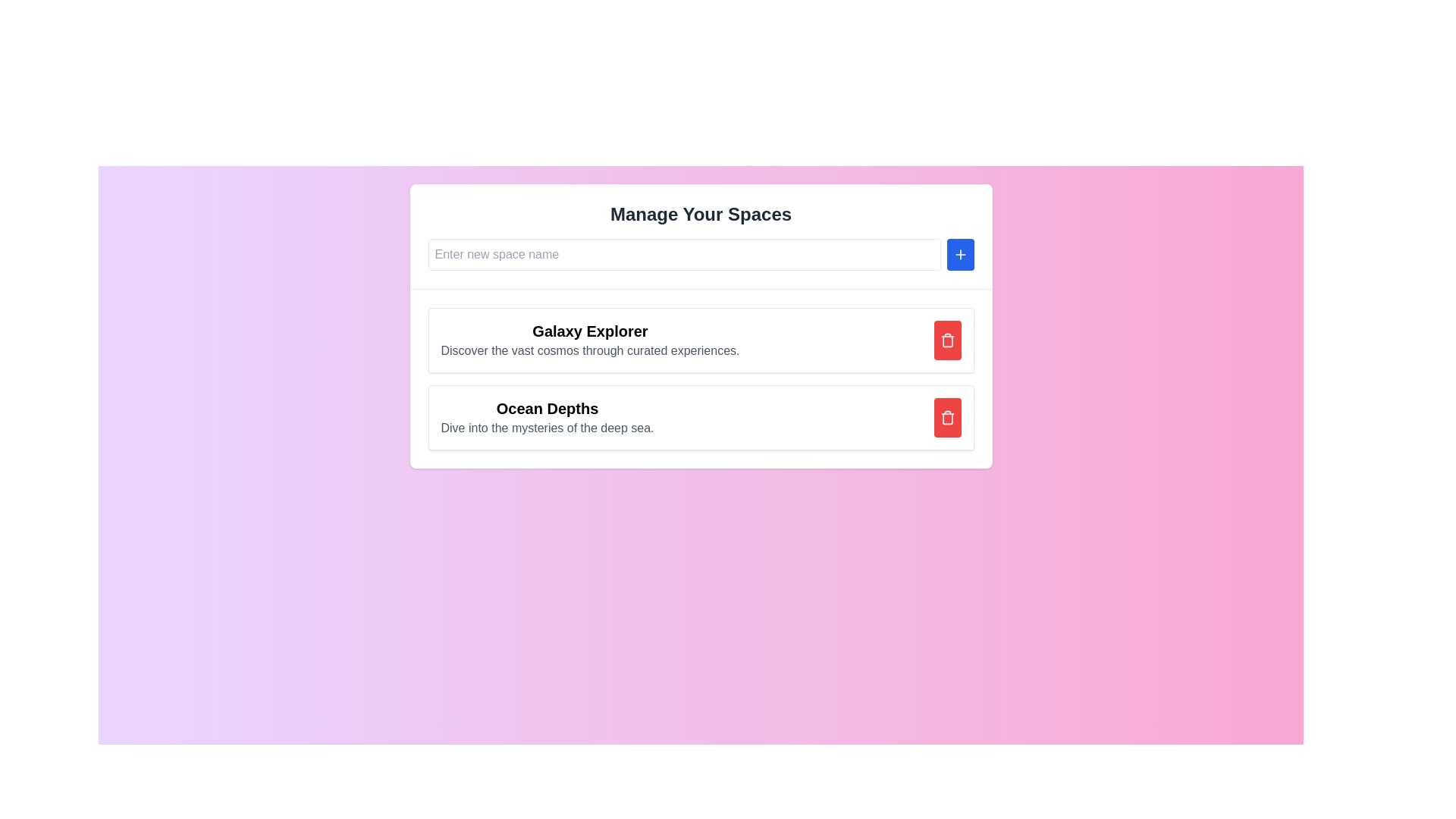  Describe the element at coordinates (946, 419) in the screenshot. I see `the main body of the trash bin icon, which is a stroke-style vector graphic component located in the right section of the second list item` at that location.